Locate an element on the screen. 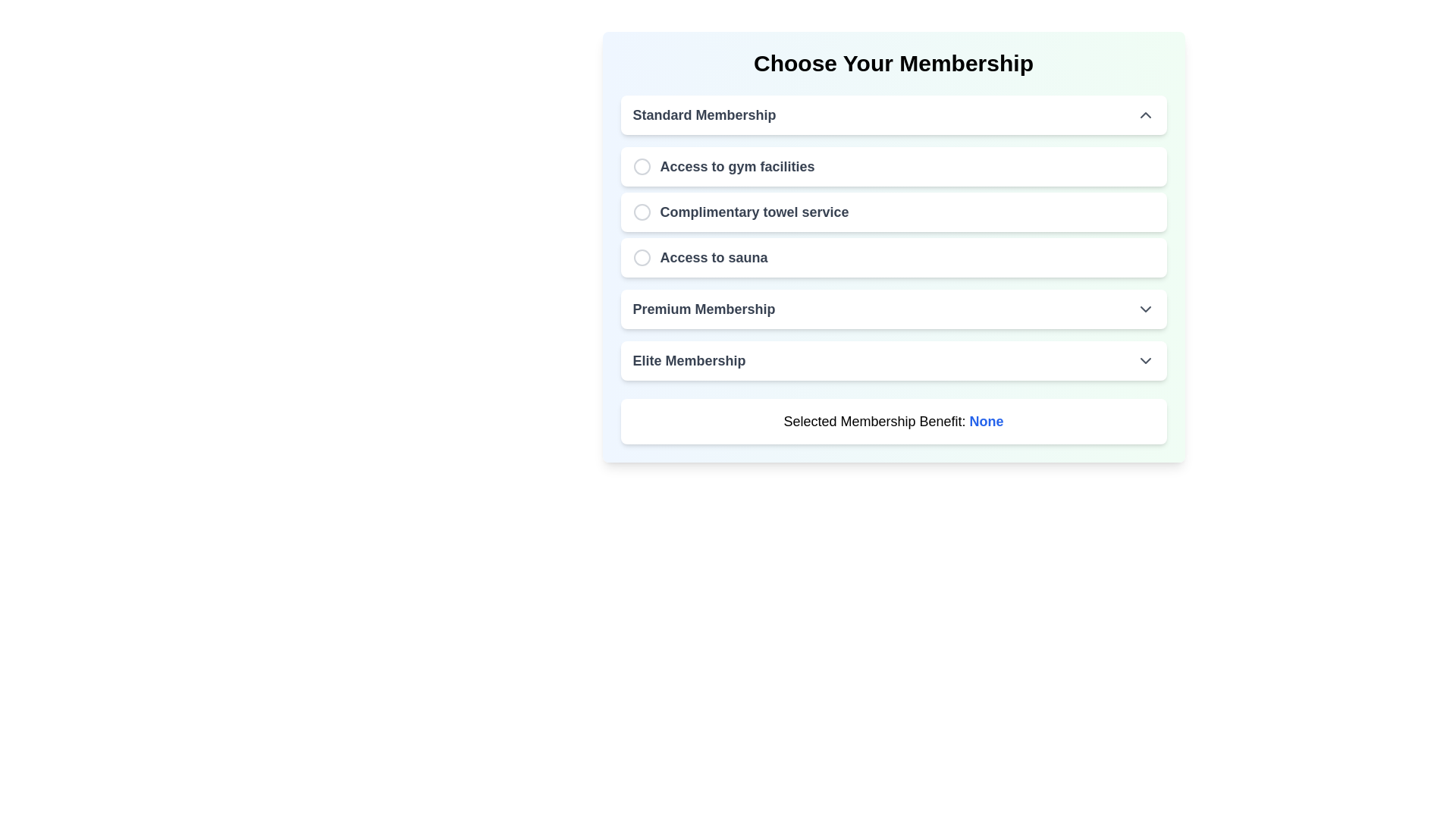 The height and width of the screenshot is (819, 1456). the icon representing the third option in the 'Choose Your Membership' list is located at coordinates (642, 256).